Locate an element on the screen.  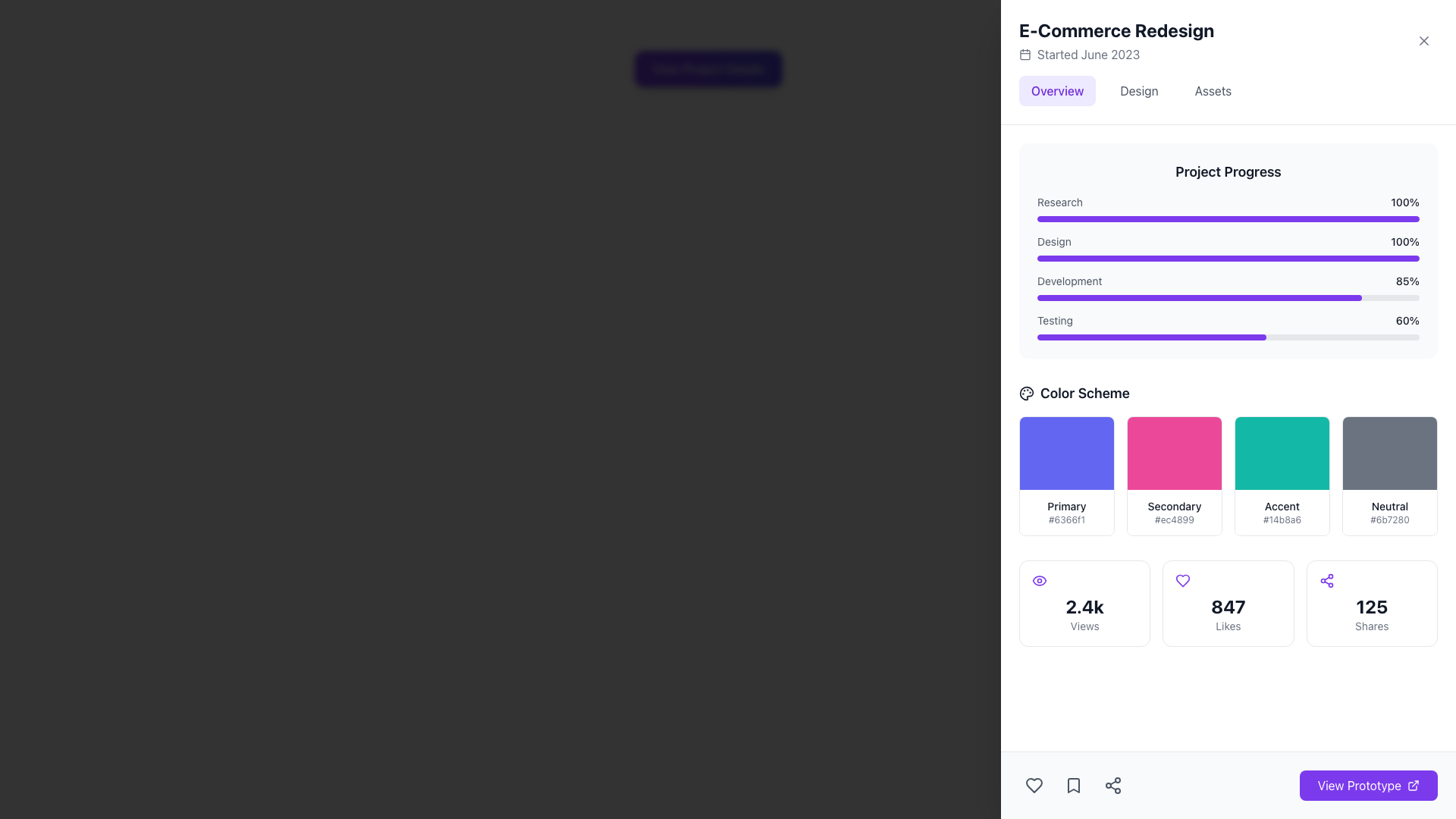
textual information displayed in the informational block labeled 'Accent' with the color code '#14b8a6', located in the 'Color Scheme' section near the bottom-right of the interface is located at coordinates (1281, 512).